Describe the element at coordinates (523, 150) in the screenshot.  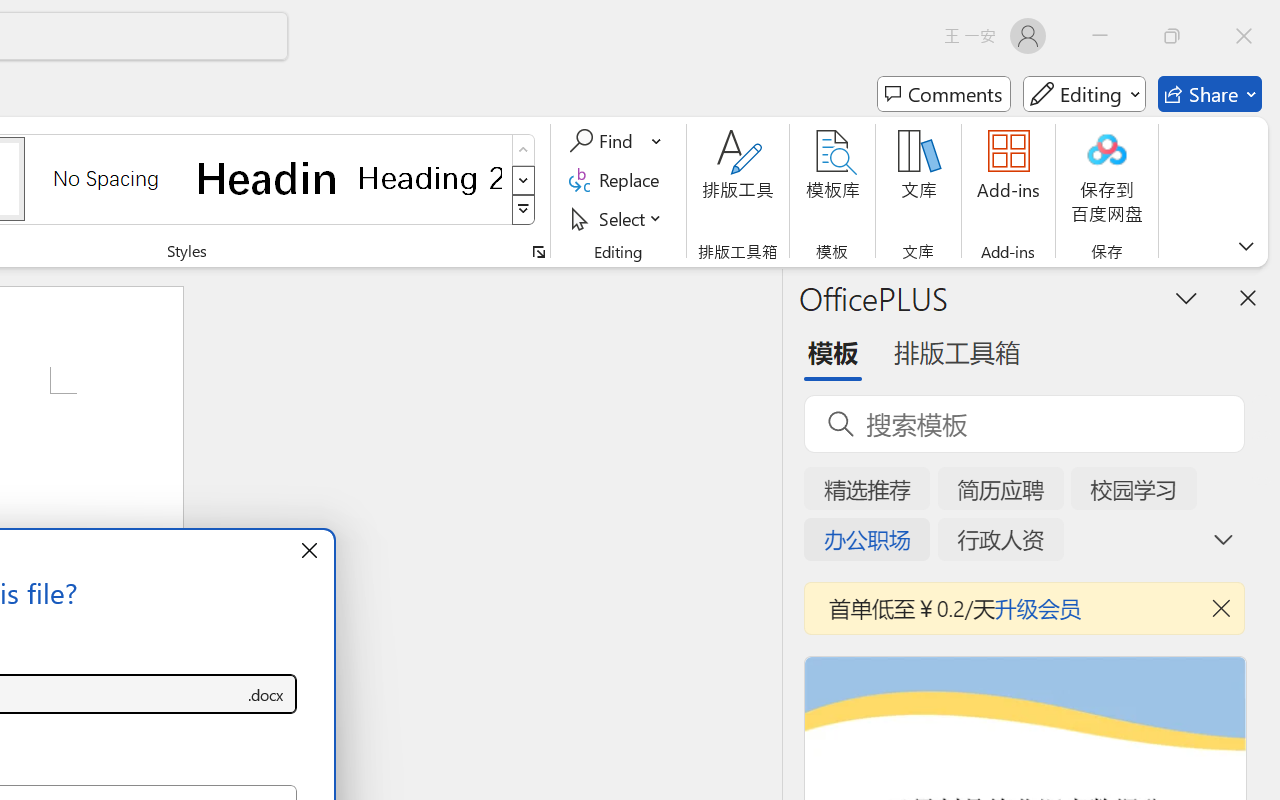
I see `'Row up'` at that location.